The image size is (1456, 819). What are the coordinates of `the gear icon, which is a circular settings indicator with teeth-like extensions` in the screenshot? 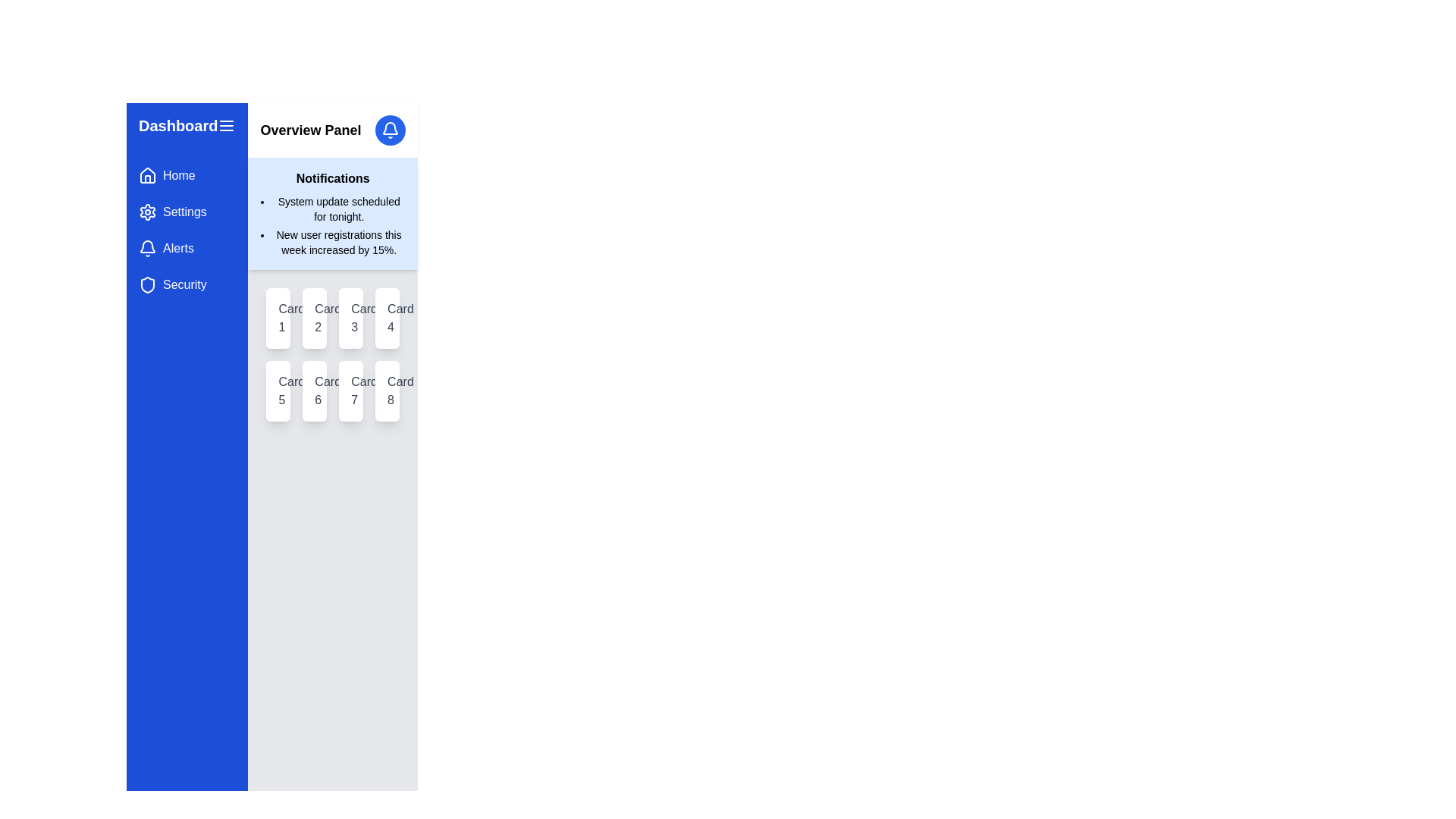 It's located at (148, 212).